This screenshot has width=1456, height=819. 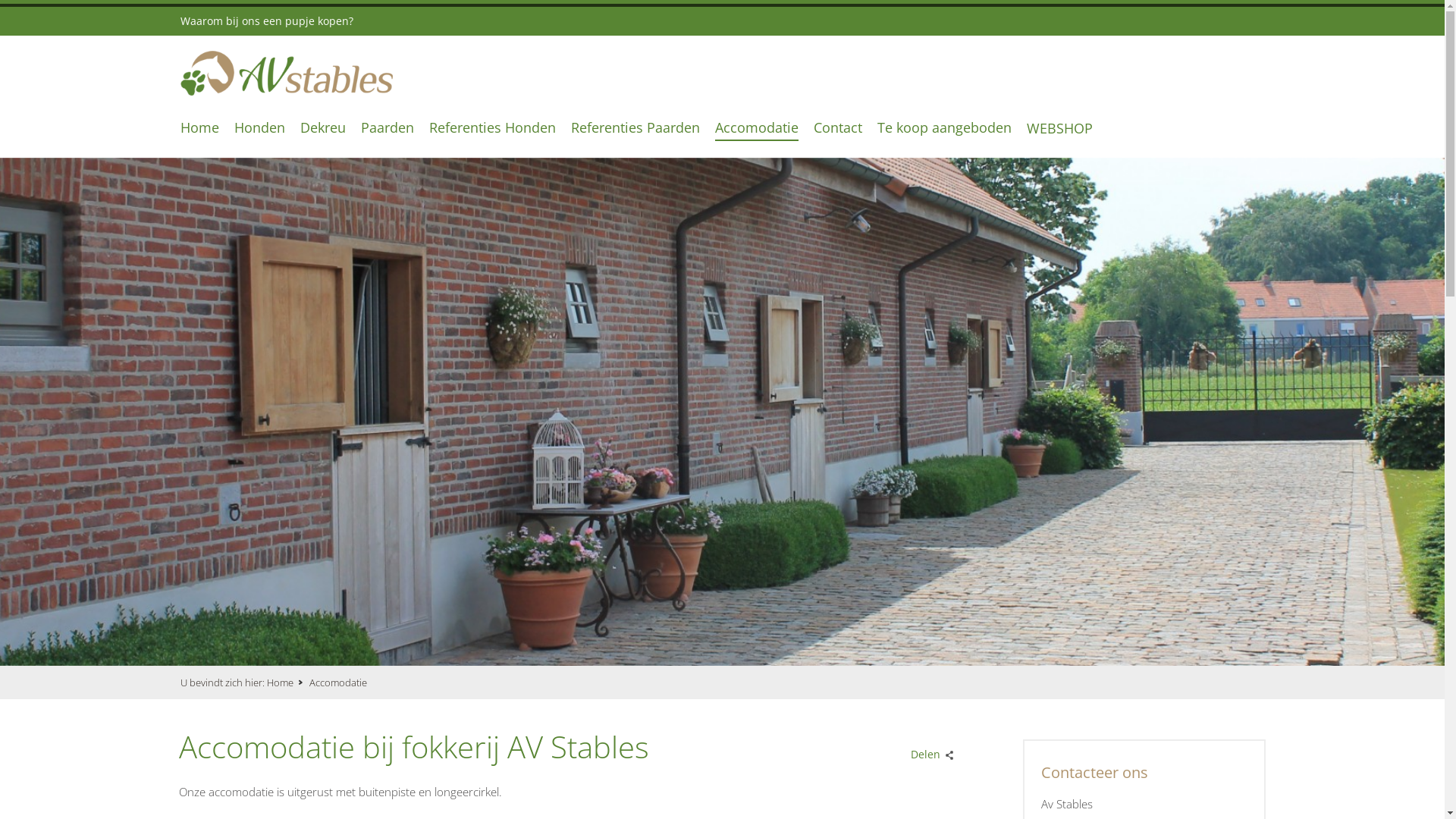 What do you see at coordinates (757, 125) in the screenshot?
I see `'Accomodatie'` at bounding box center [757, 125].